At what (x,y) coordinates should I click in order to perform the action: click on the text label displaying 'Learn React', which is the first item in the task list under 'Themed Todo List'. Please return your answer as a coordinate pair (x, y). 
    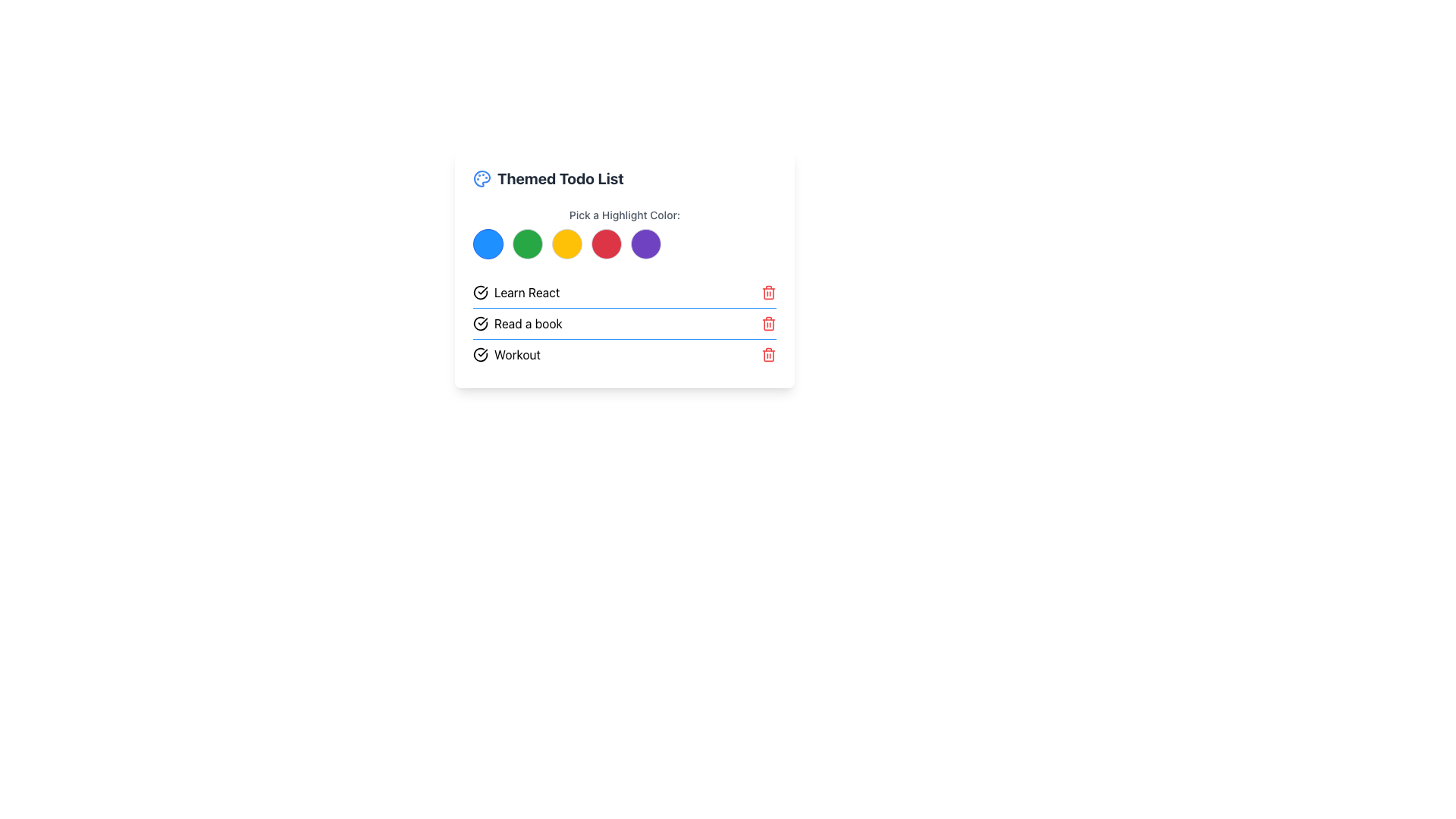
    Looking at the image, I should click on (516, 292).